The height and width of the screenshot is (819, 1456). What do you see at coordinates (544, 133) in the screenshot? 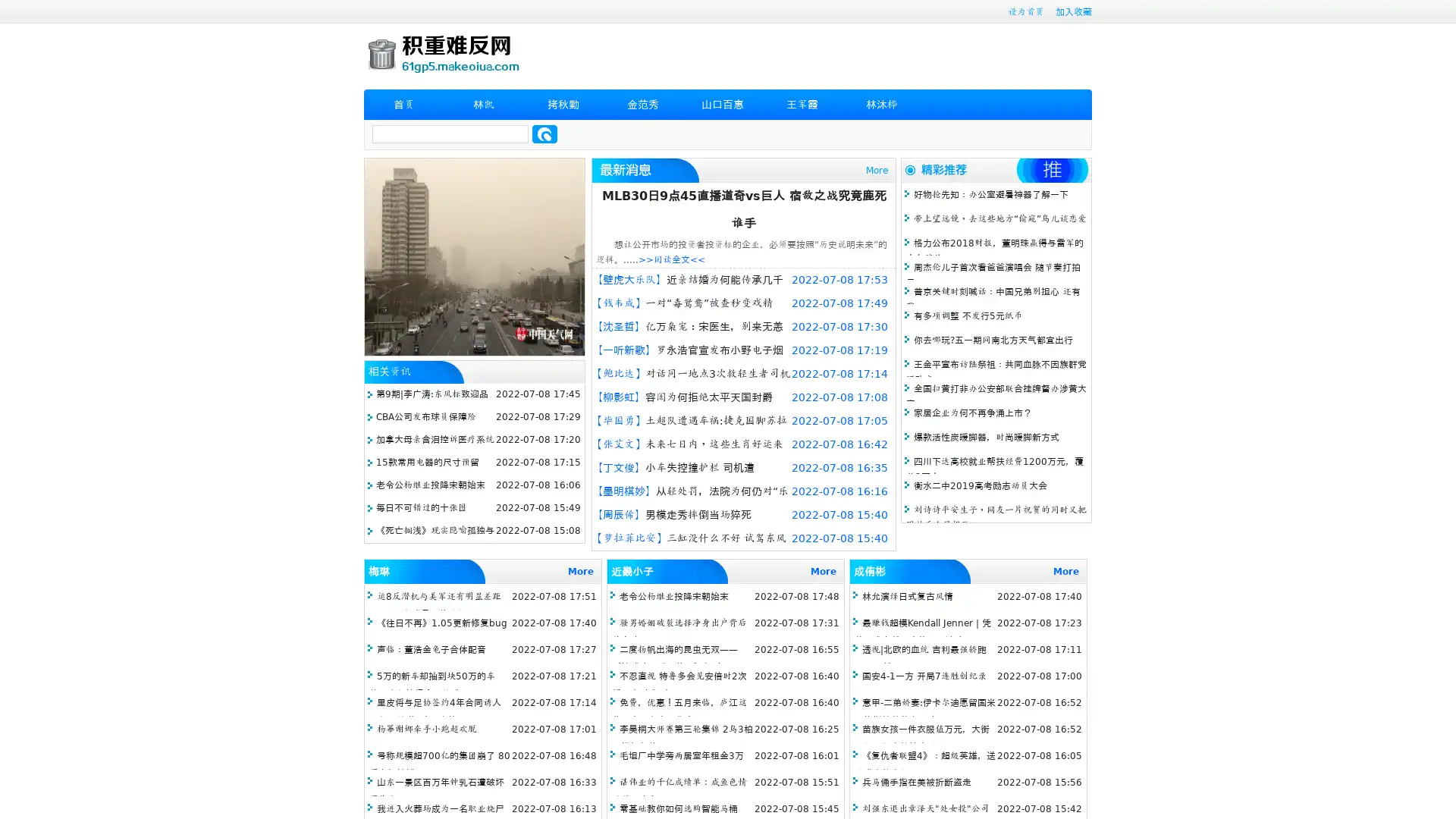
I see `Search` at bounding box center [544, 133].